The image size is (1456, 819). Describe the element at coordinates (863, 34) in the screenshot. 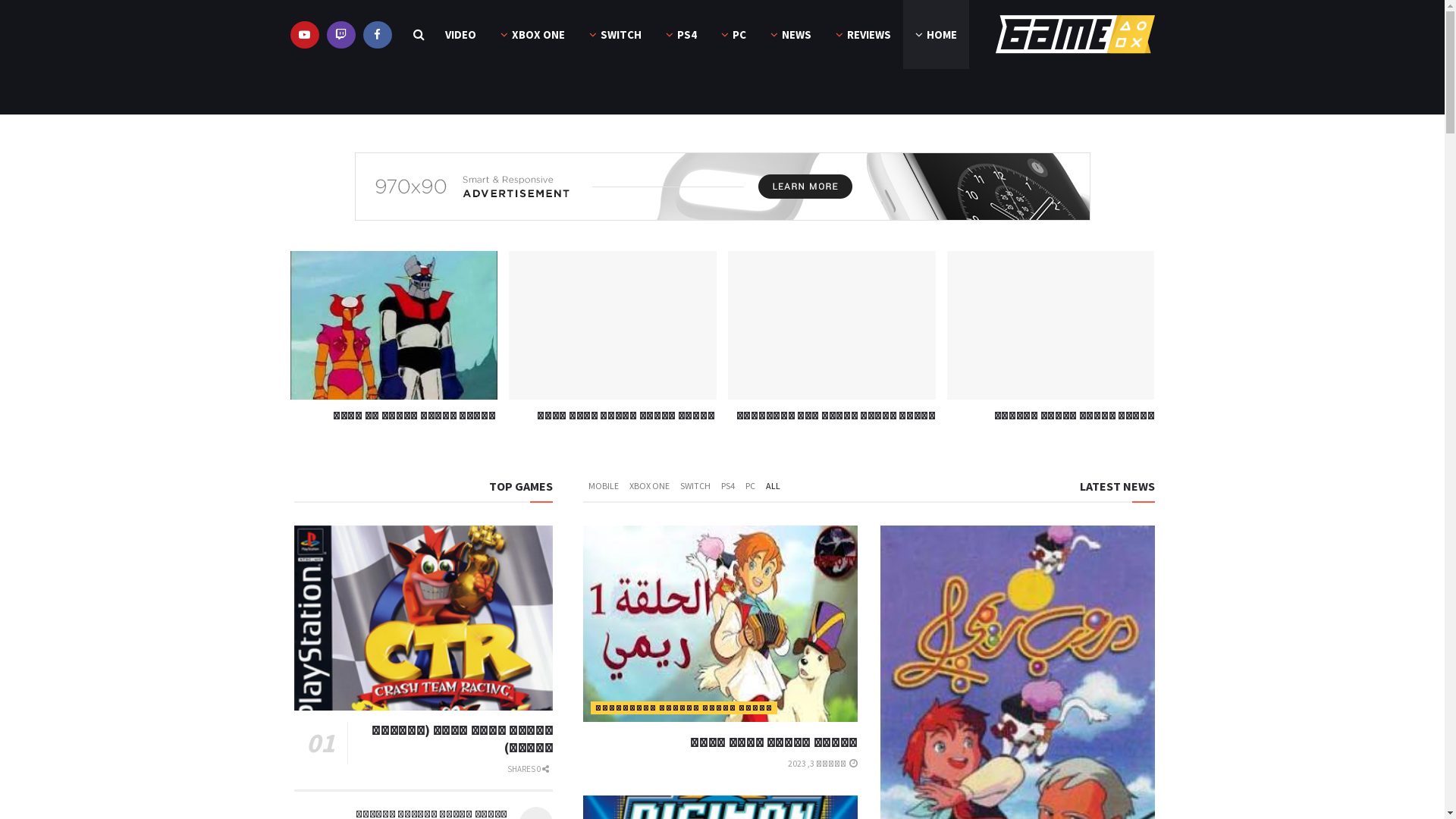

I see `'REVIEWS'` at that location.